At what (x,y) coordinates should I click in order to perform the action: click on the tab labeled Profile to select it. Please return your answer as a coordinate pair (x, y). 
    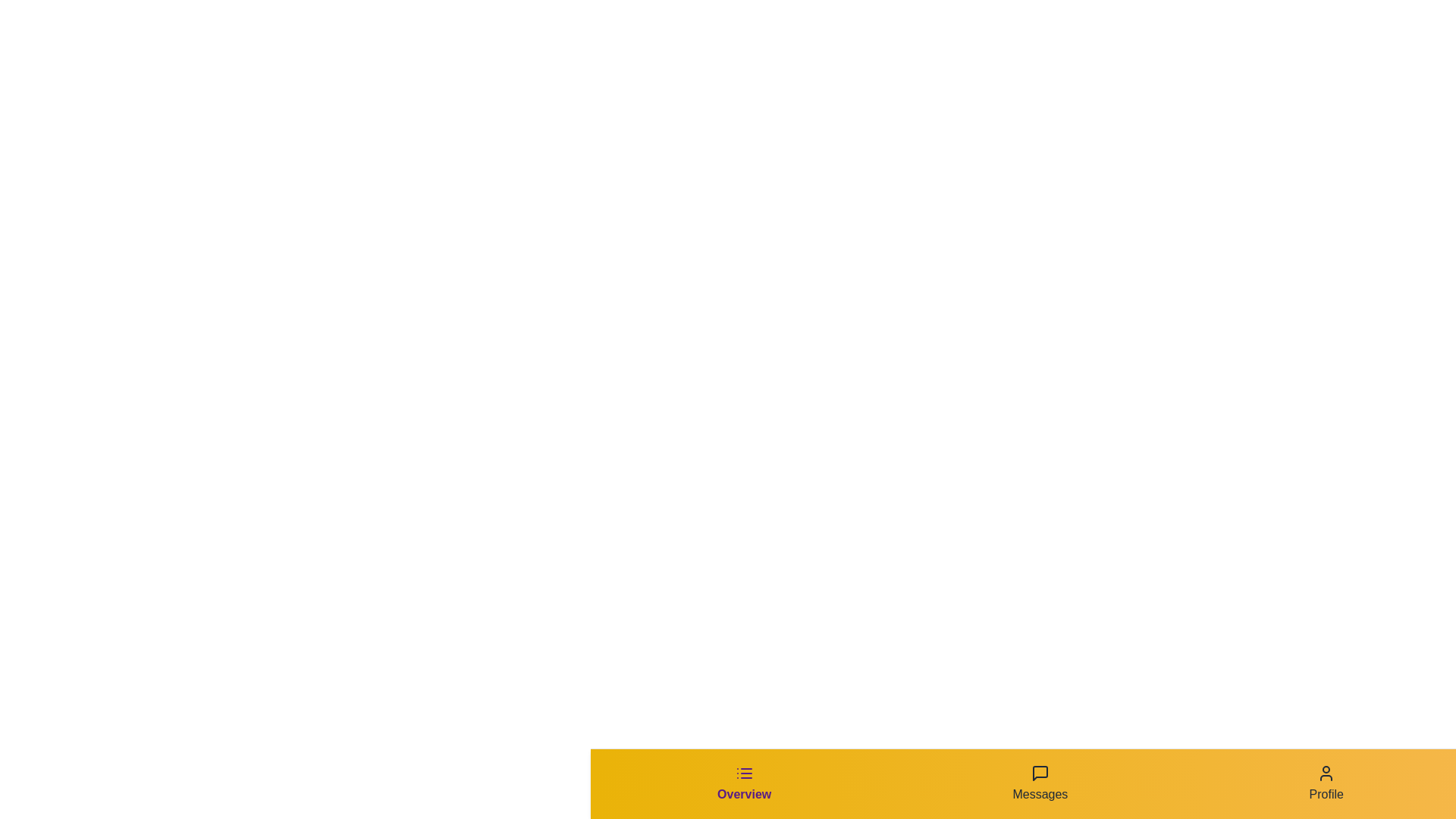
    Looking at the image, I should click on (1326, 783).